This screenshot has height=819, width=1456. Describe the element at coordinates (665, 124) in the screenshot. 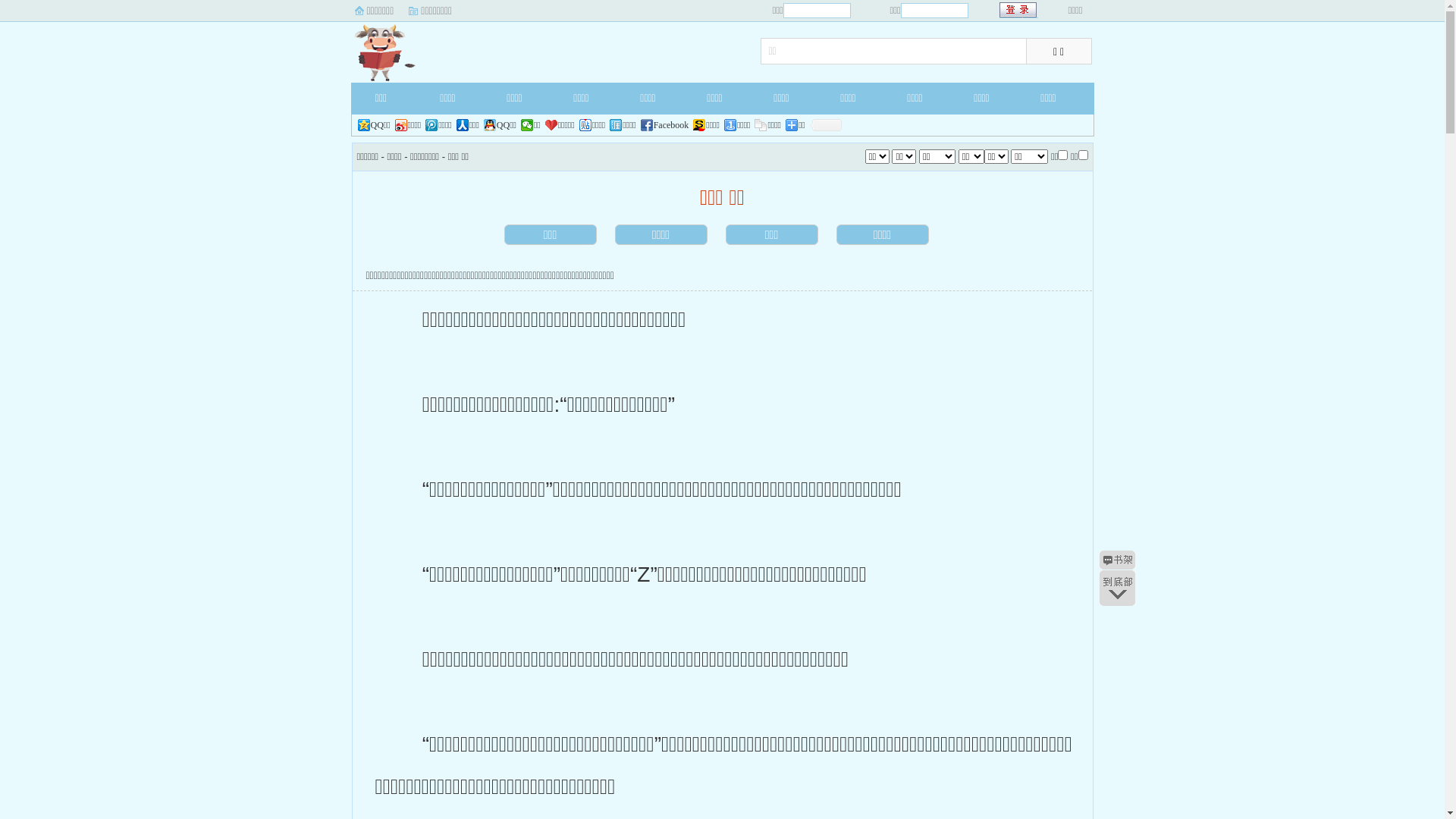

I see `'Facebook'` at that location.